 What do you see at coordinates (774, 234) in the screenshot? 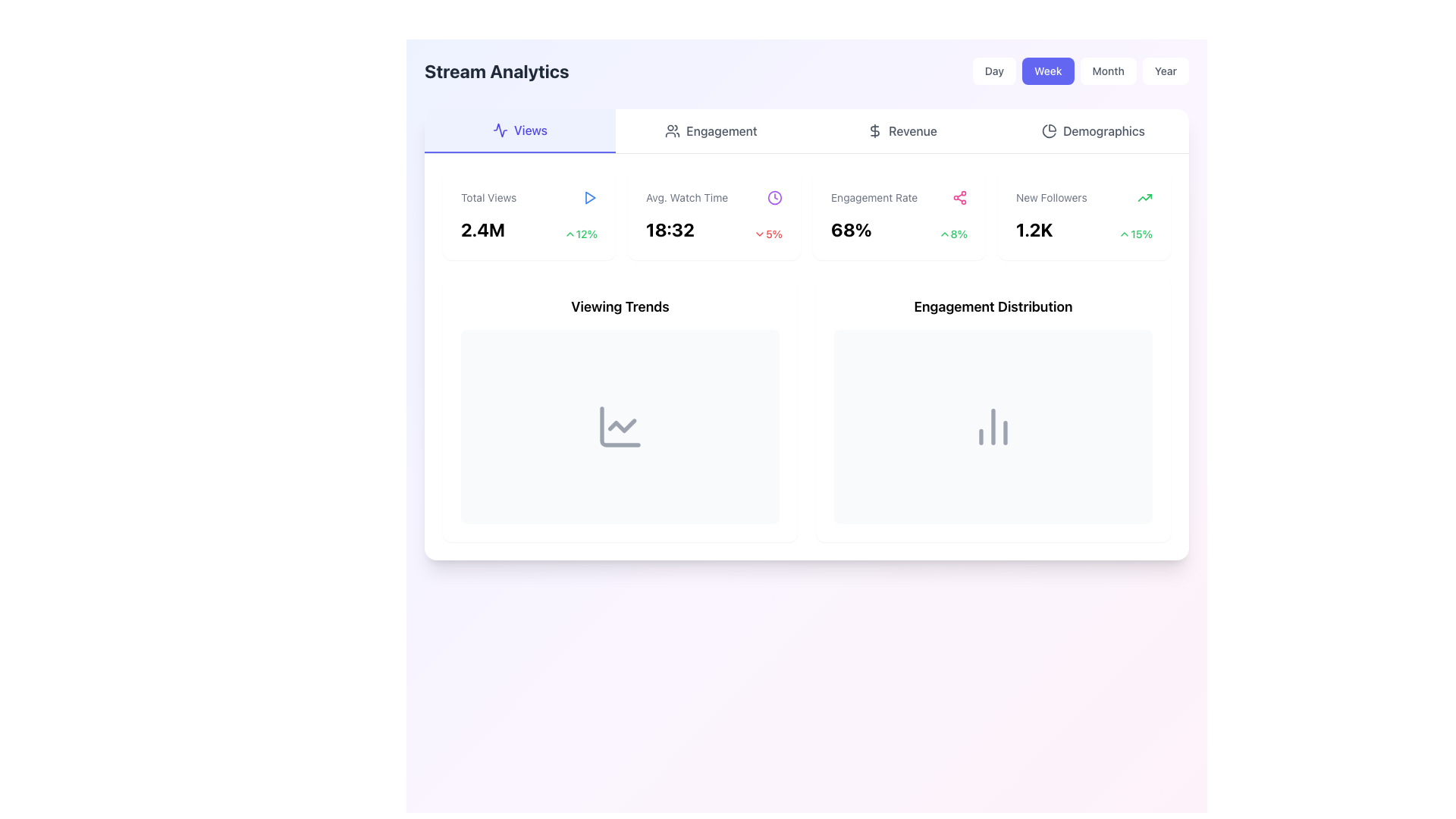
I see `the text label displaying '5%' in bold red font, located in the 'Avg. Watch Time' section of the analytics dashboard, next to the downward-facing chevron icon` at bounding box center [774, 234].